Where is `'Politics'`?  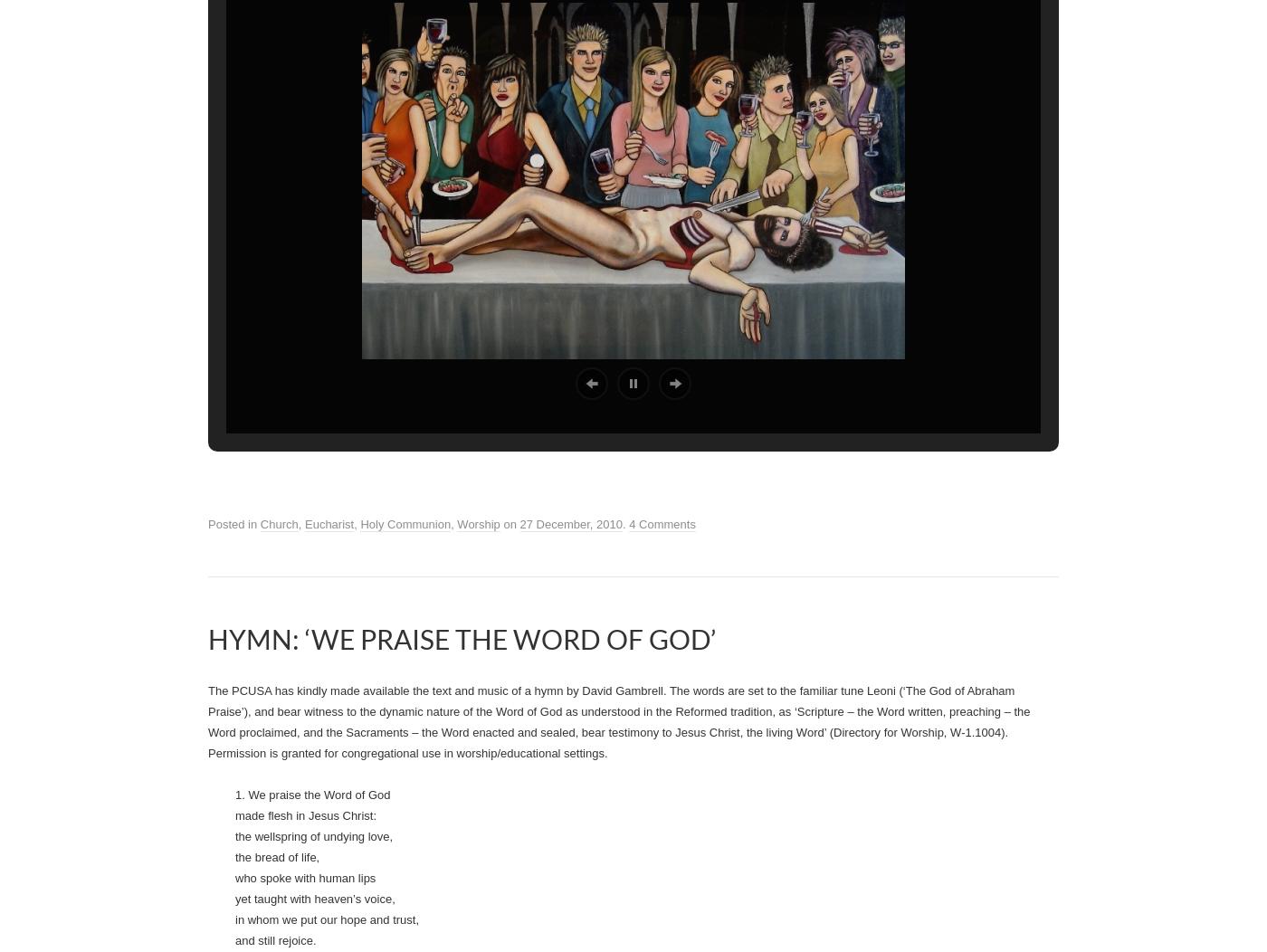
'Politics' is located at coordinates (348, 384).